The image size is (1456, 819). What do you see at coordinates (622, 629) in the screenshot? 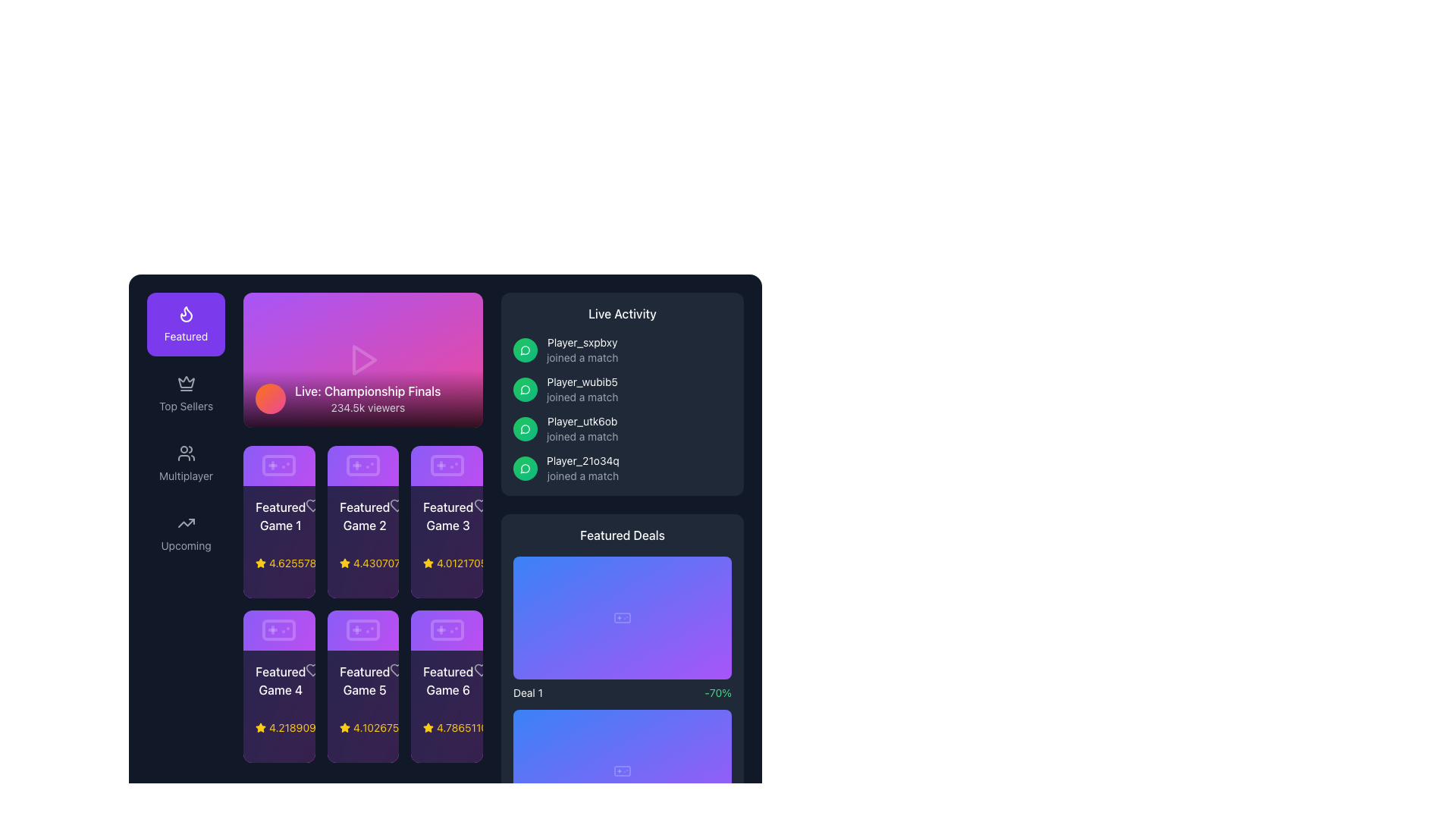
I see `the Promotional Card in the 'Featured Deals' section` at bounding box center [622, 629].